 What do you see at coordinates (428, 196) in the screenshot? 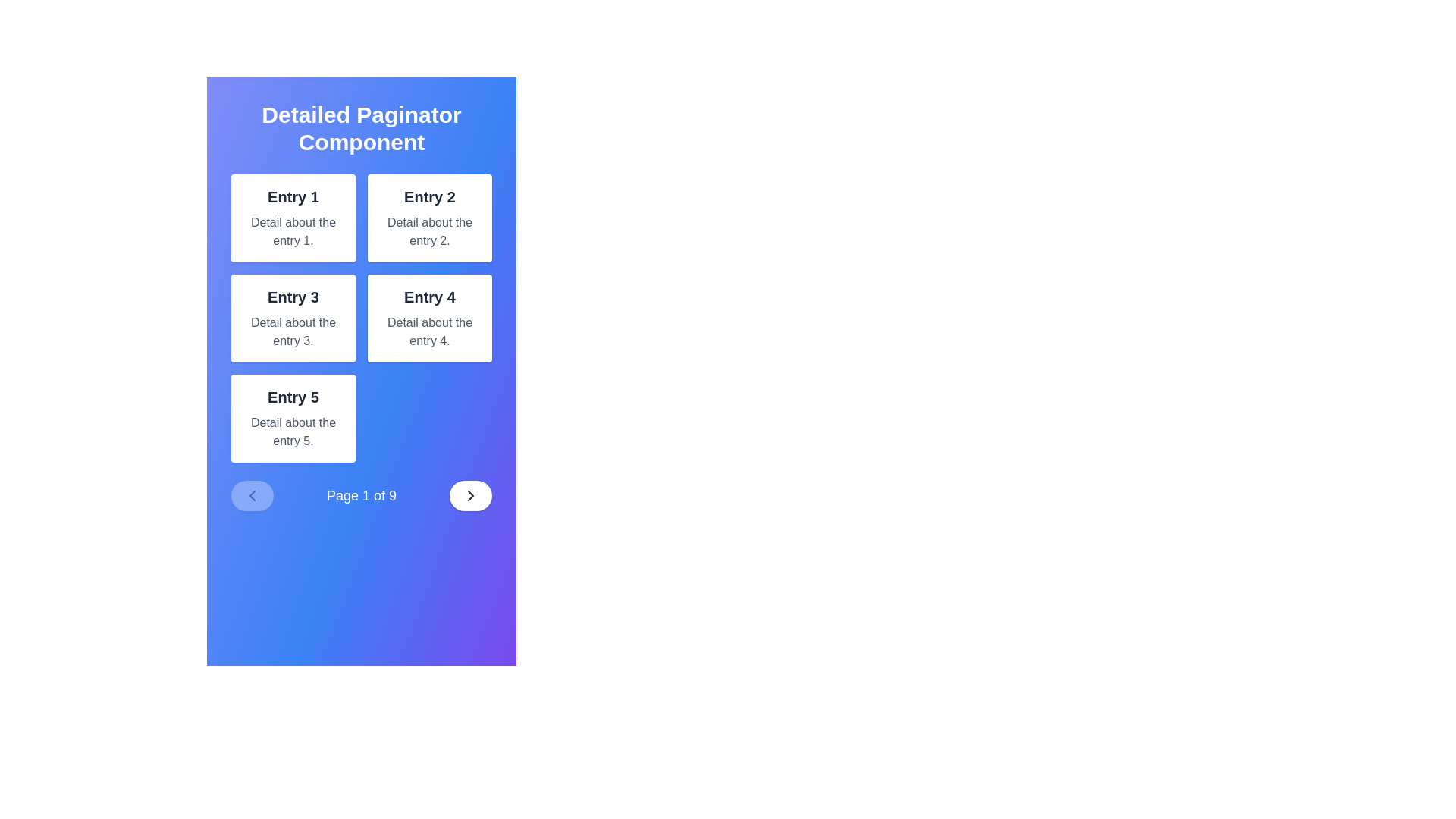
I see `the text label 'Entry 2'` at bounding box center [428, 196].